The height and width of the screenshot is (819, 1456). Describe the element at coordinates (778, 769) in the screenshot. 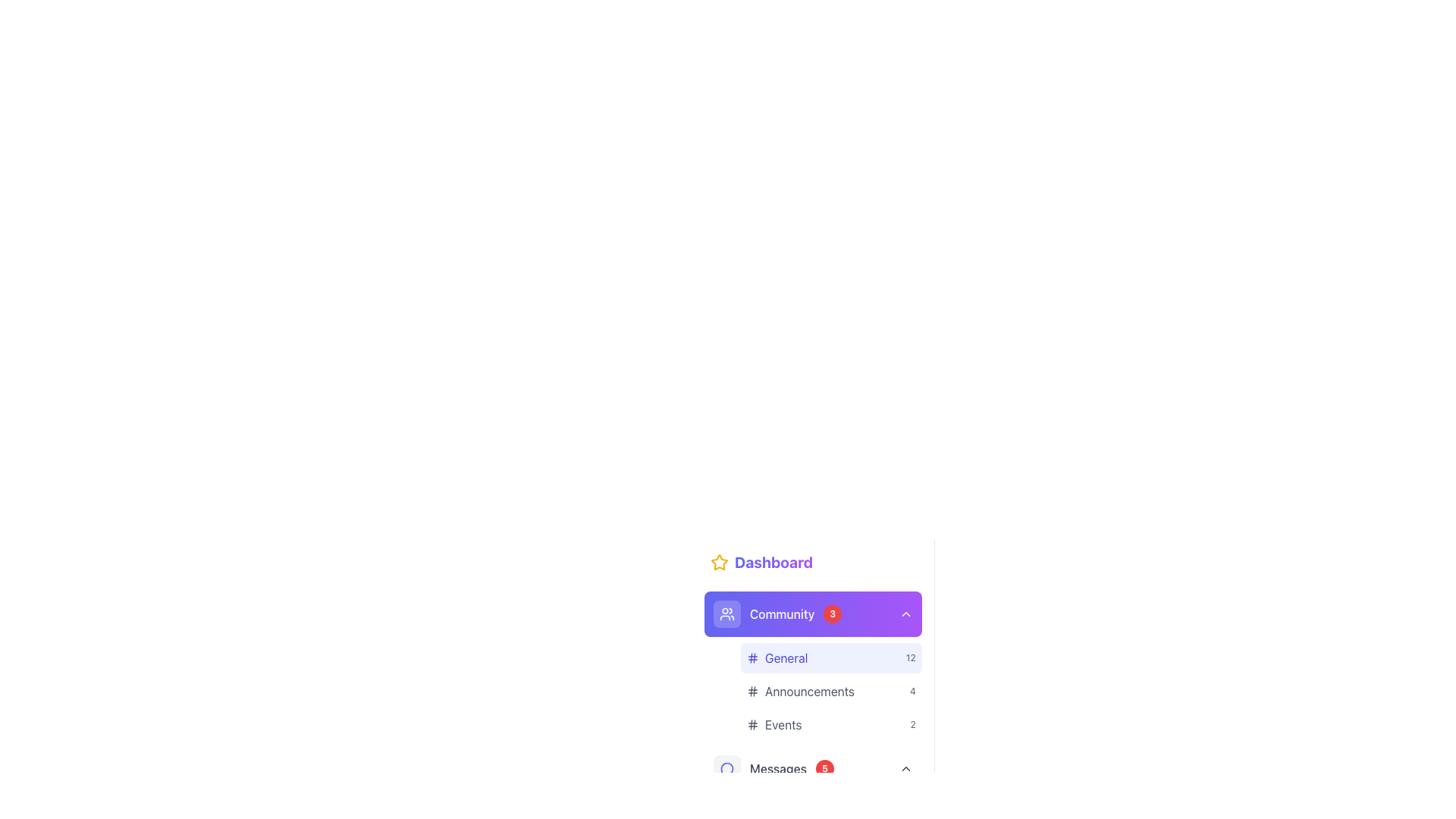

I see `the 'Messages' text label, which is positioned centrally in a horizontal layout within the sidebar navigation menu` at that location.